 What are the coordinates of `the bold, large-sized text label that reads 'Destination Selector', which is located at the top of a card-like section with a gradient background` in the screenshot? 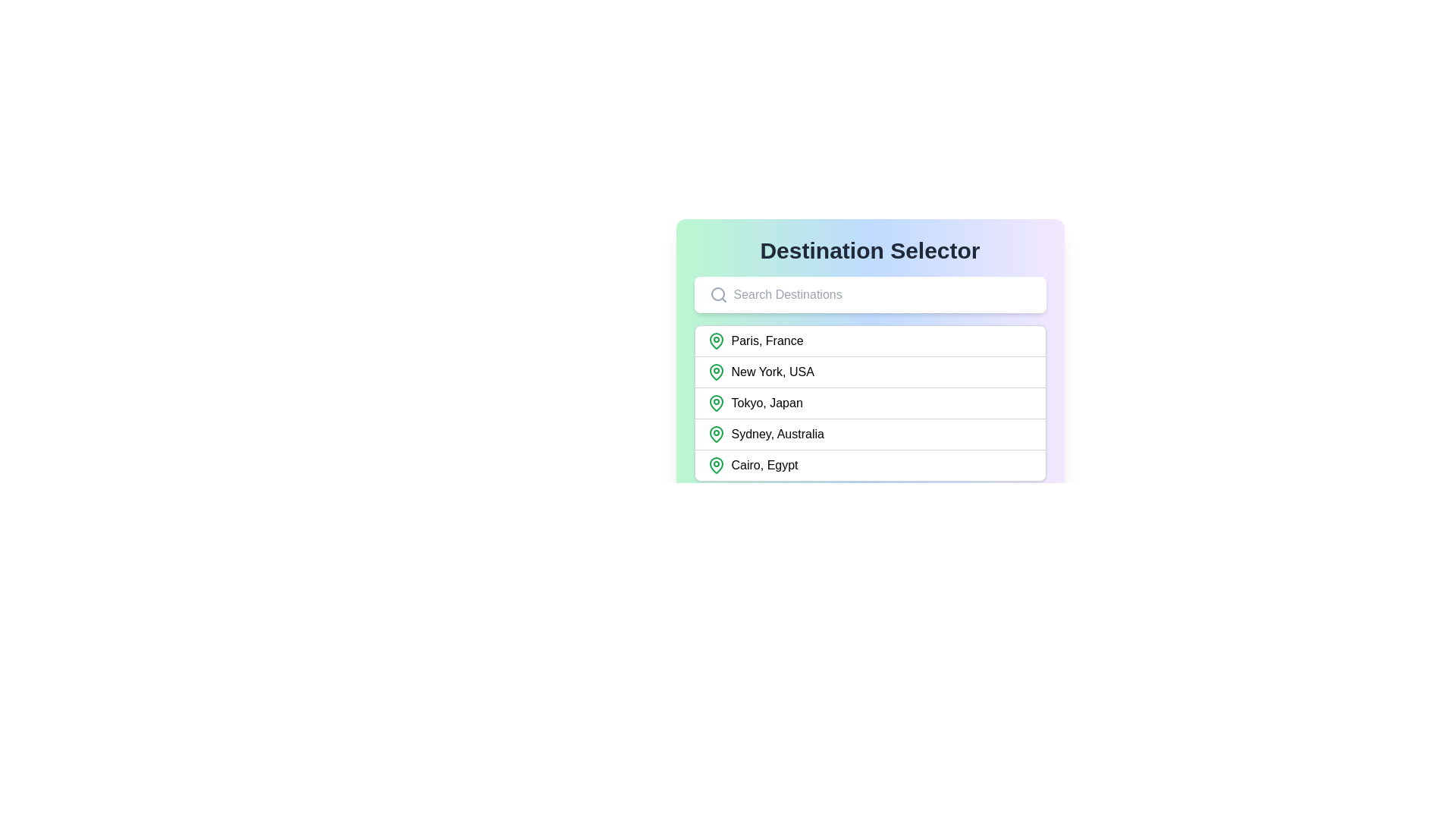 It's located at (870, 250).